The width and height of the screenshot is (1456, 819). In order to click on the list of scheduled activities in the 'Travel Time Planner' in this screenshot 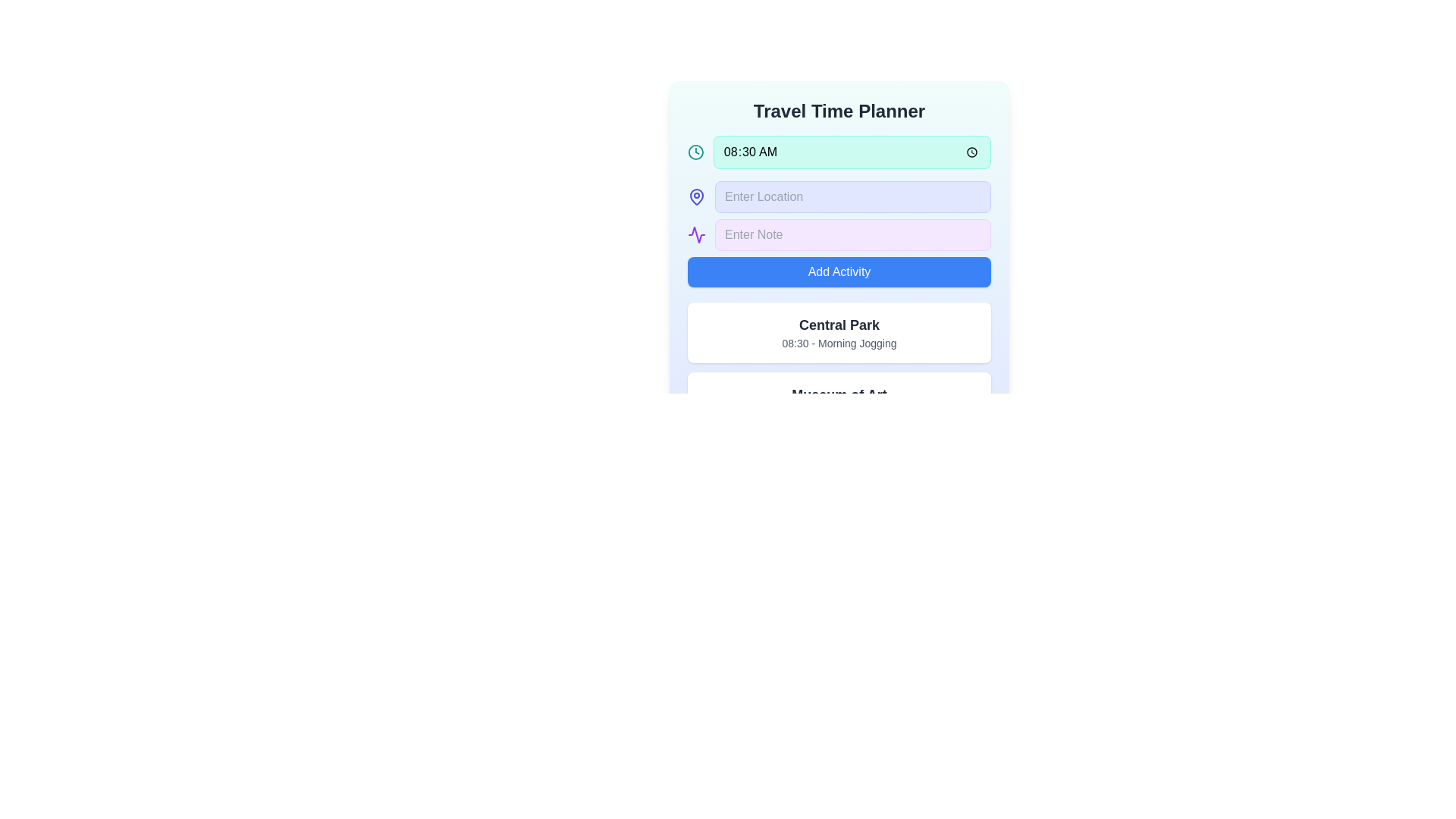, I will do `click(839, 368)`.